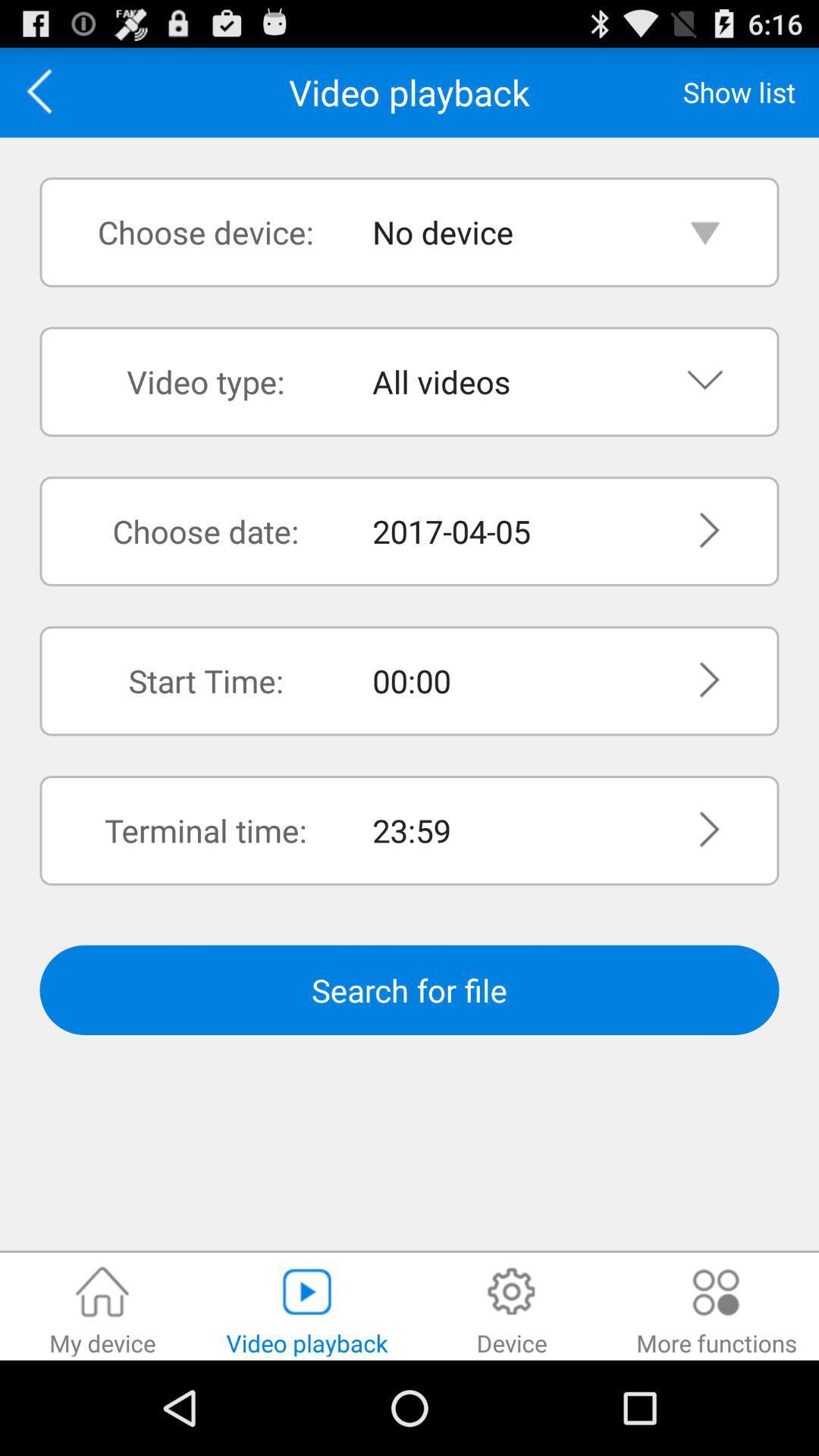 Image resolution: width=819 pixels, height=1456 pixels. Describe the element at coordinates (409, 990) in the screenshot. I see `item below the terminal time: item` at that location.